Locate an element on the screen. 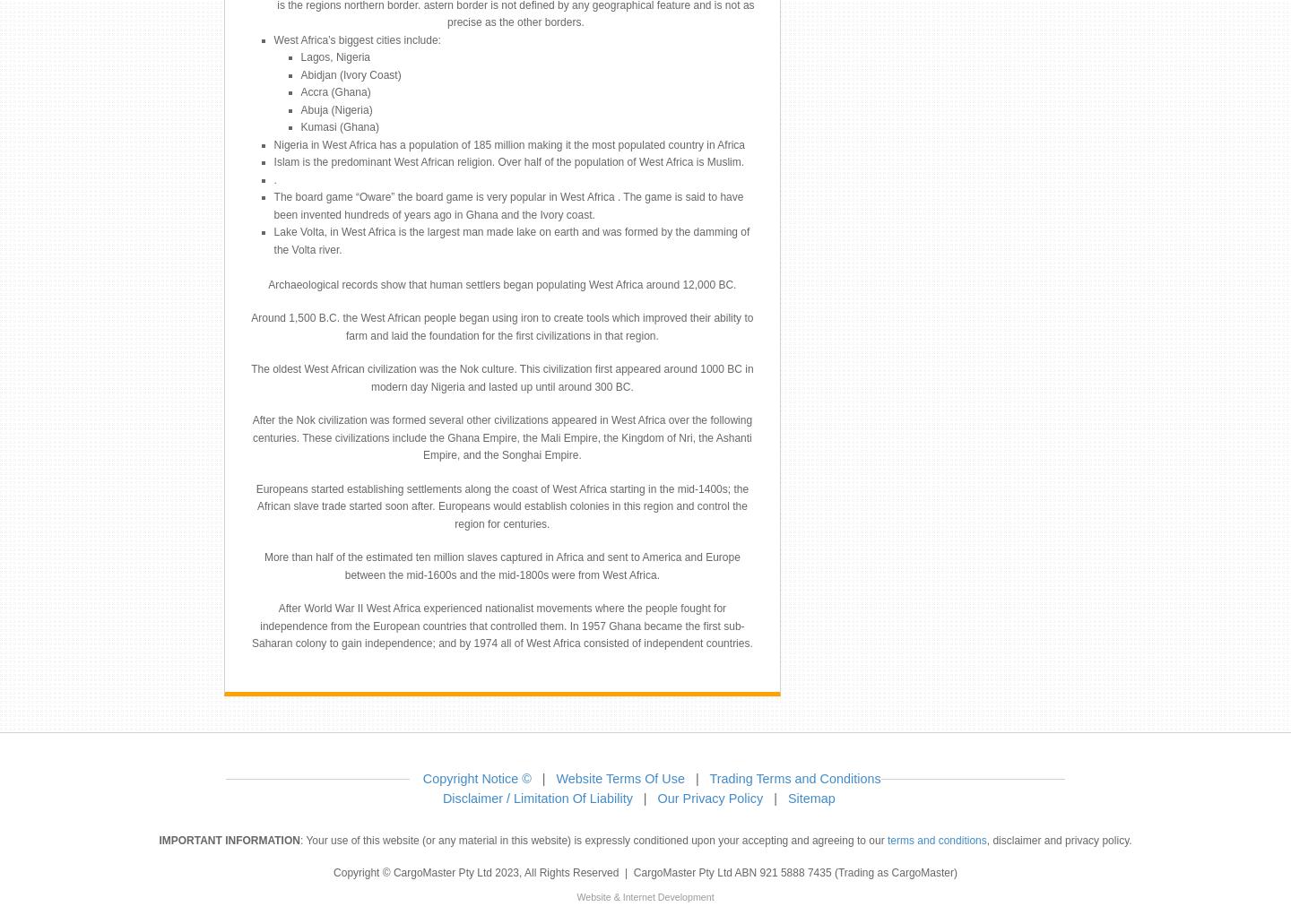 The image size is (1291, 924). ', disclaimer and privacy policy.' is located at coordinates (1058, 840).